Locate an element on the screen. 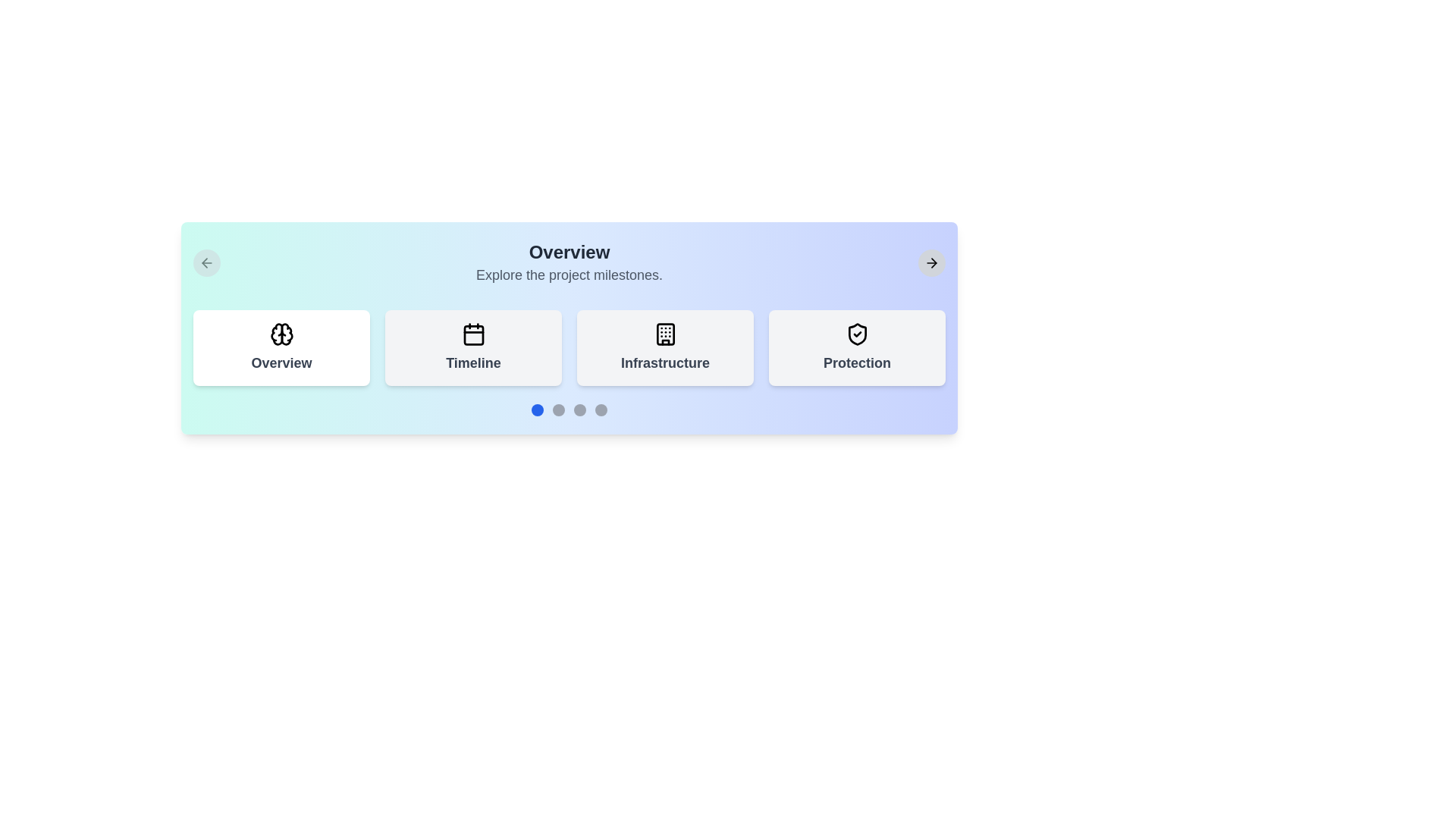  the Icon representation of a building located in the third slot from the left in the horizontal menu within the 'Infrastructure' menu option is located at coordinates (665, 333).